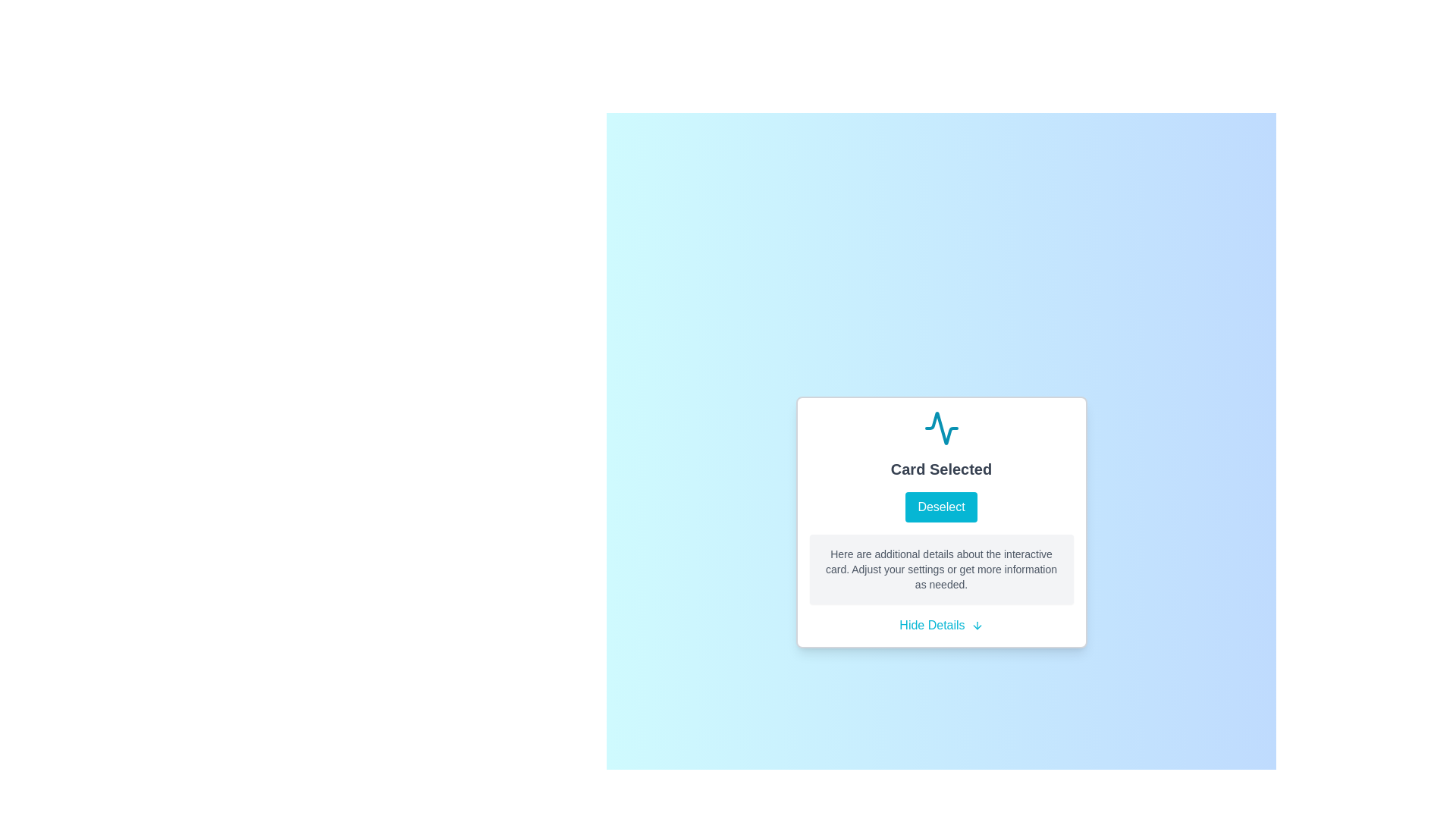 Image resolution: width=1456 pixels, height=819 pixels. What do you see at coordinates (977, 626) in the screenshot?
I see `the collapsible state icon located to the right of the 'Hide Details' text in the footer section of the modal dialog box` at bounding box center [977, 626].